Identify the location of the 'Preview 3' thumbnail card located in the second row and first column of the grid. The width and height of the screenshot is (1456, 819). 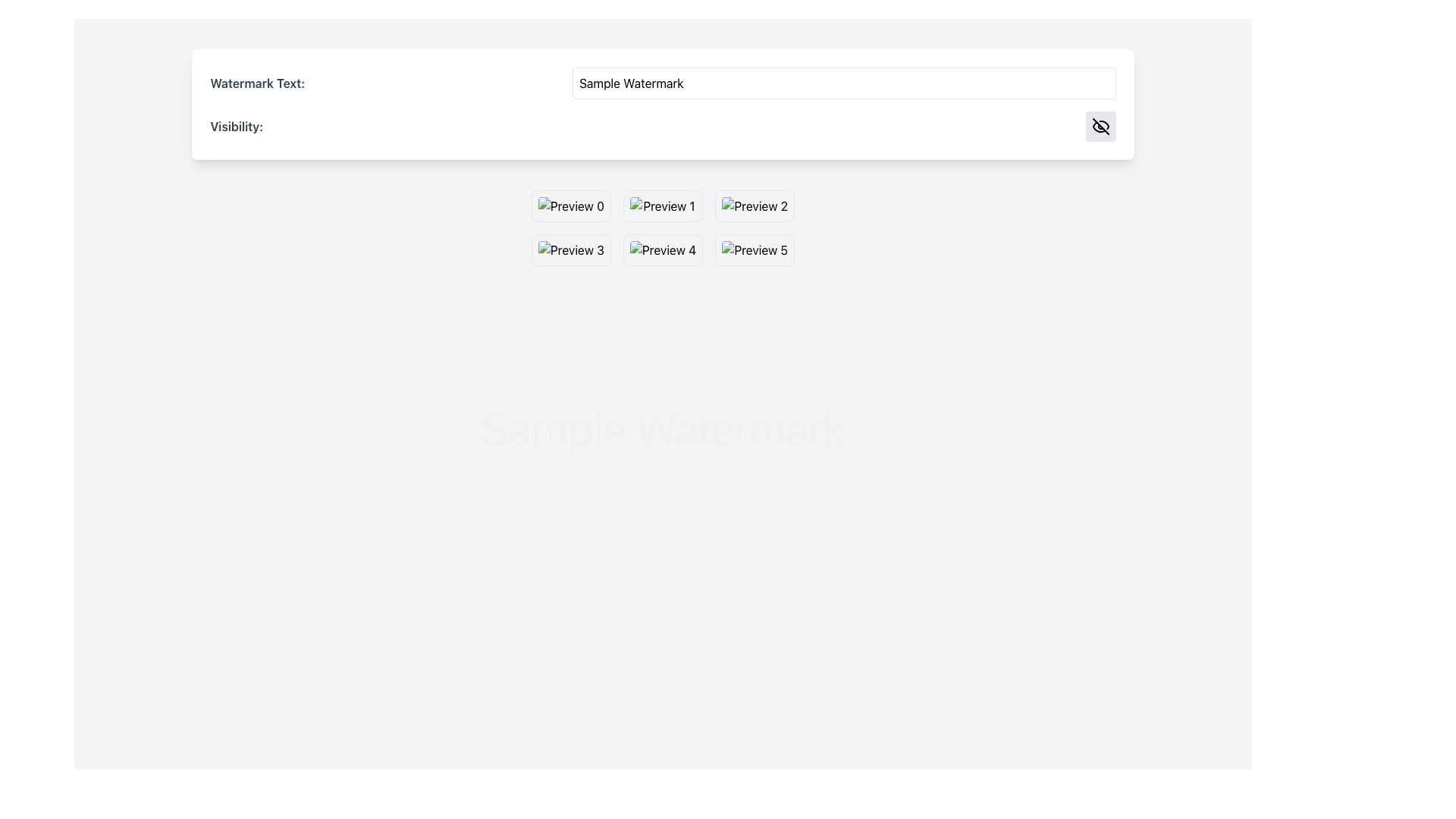
(570, 249).